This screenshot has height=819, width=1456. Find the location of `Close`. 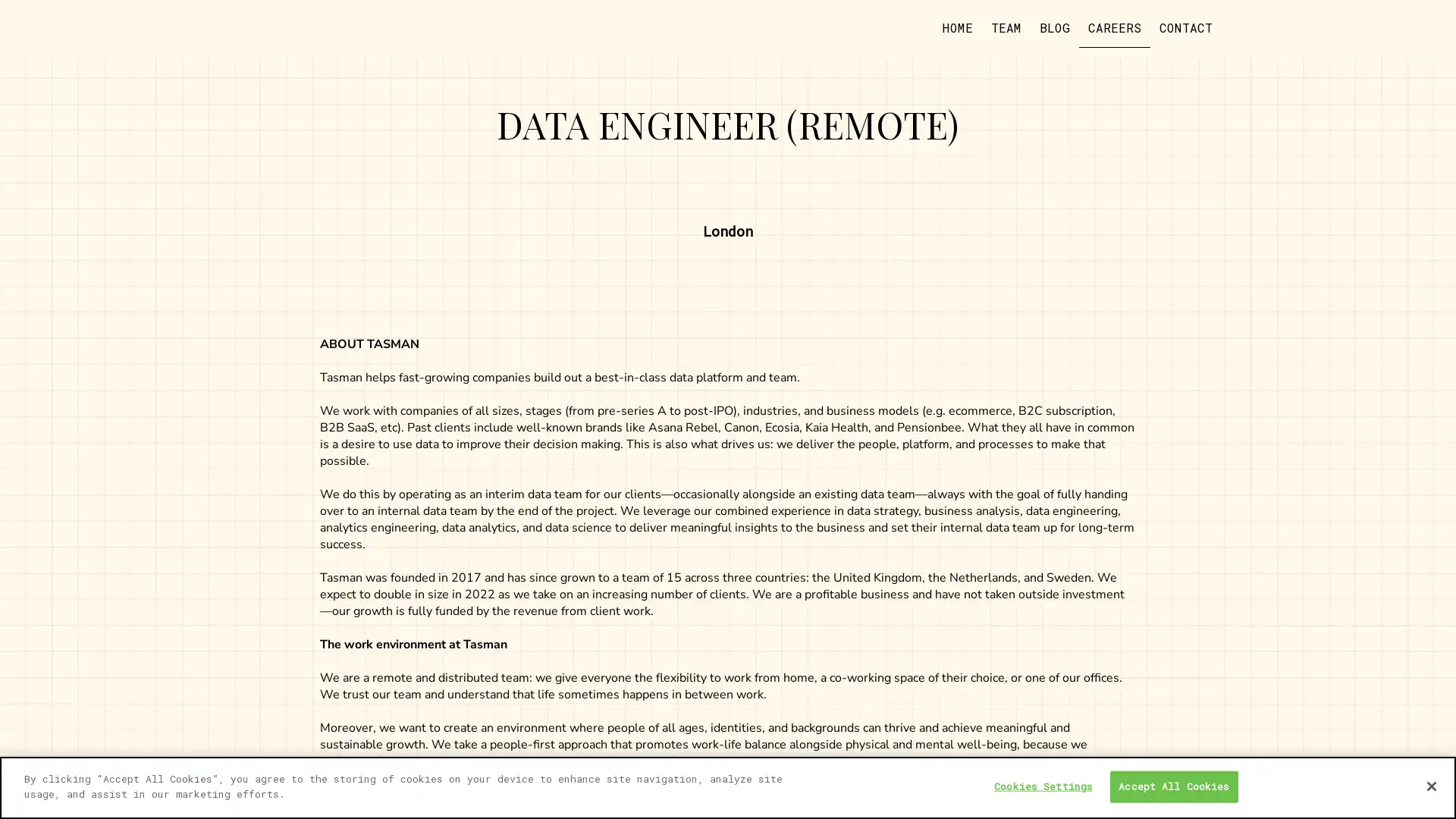

Close is located at coordinates (1430, 785).